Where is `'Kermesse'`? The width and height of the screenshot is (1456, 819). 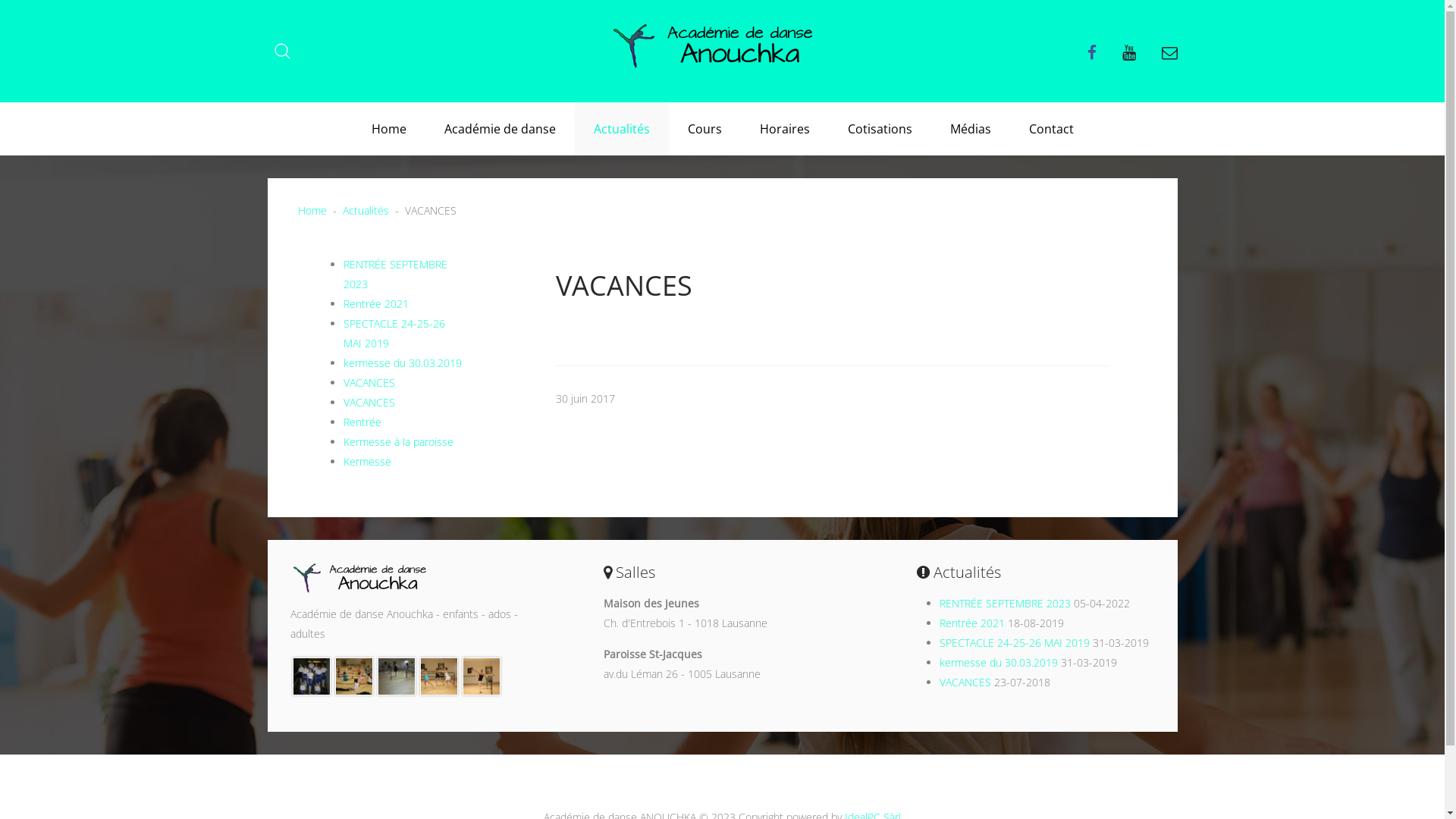
'Kermesse' is located at coordinates (366, 460).